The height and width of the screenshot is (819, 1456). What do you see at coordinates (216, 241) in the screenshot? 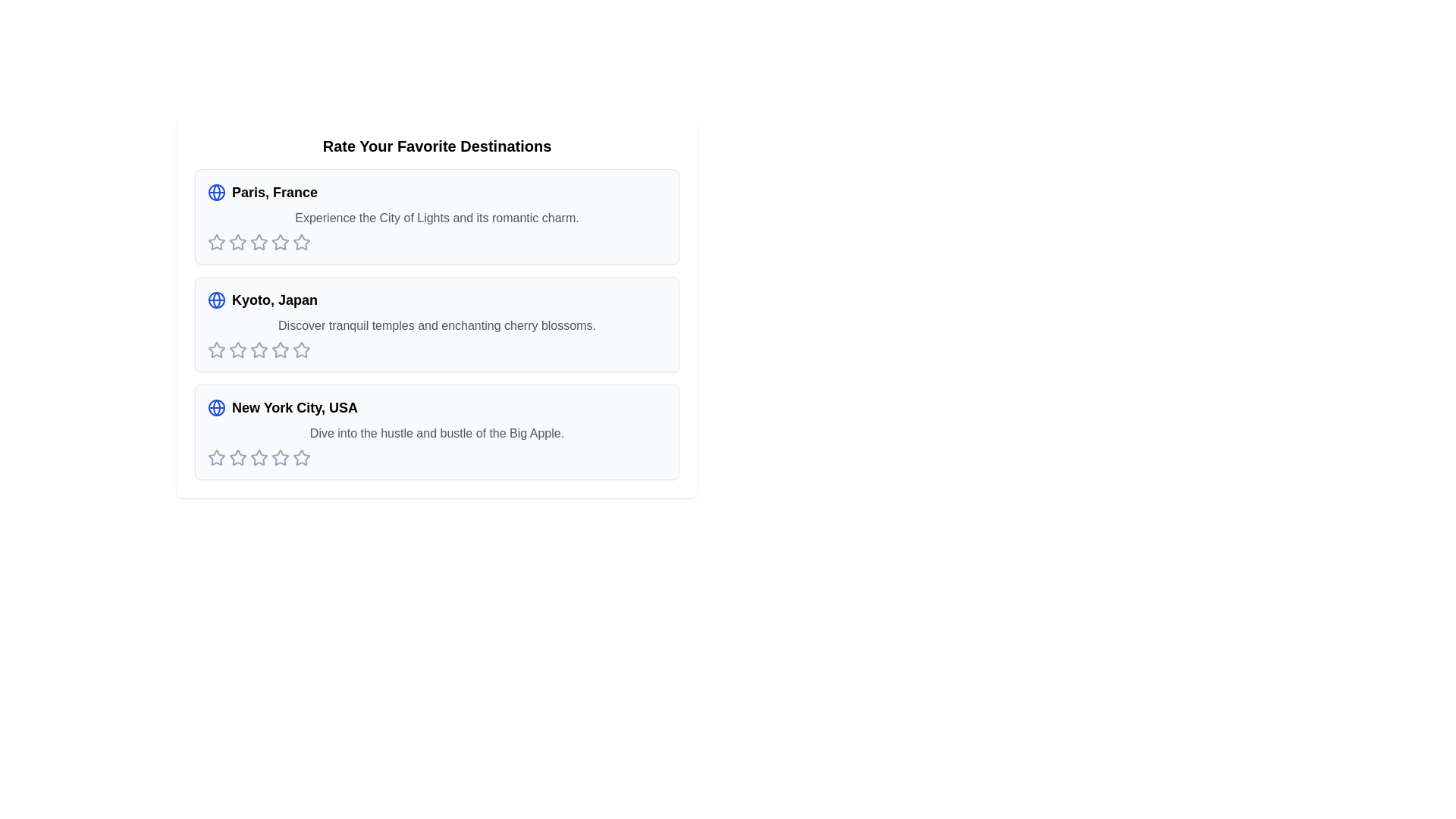
I see `the first star icon in the rating section for the destination 'Paris, France' located in the topmost card of the vertically stacked list` at bounding box center [216, 241].